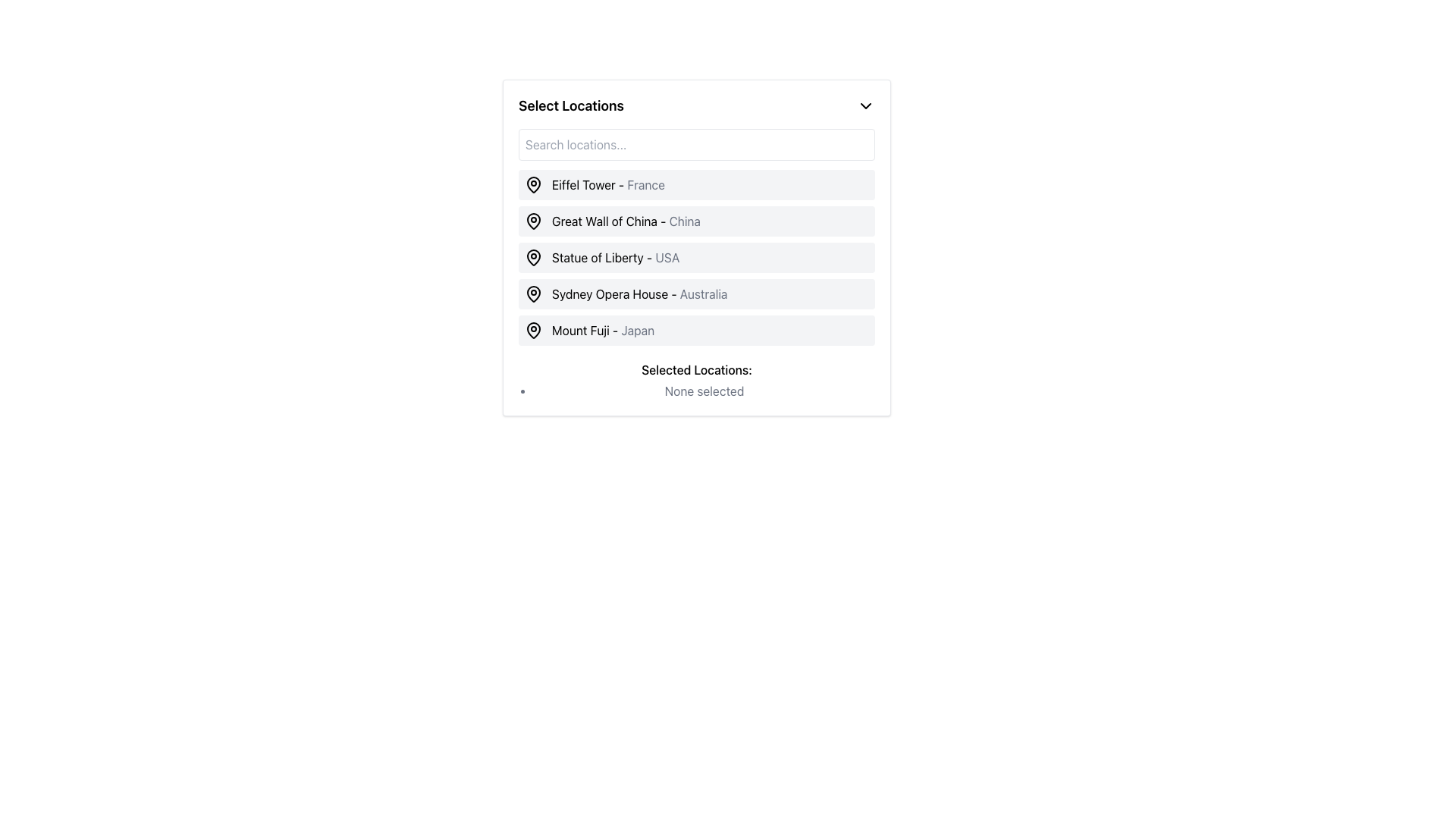 The image size is (1456, 819). I want to click on the selectable list item labeled 'Eiffel Tower - France', so click(608, 184).